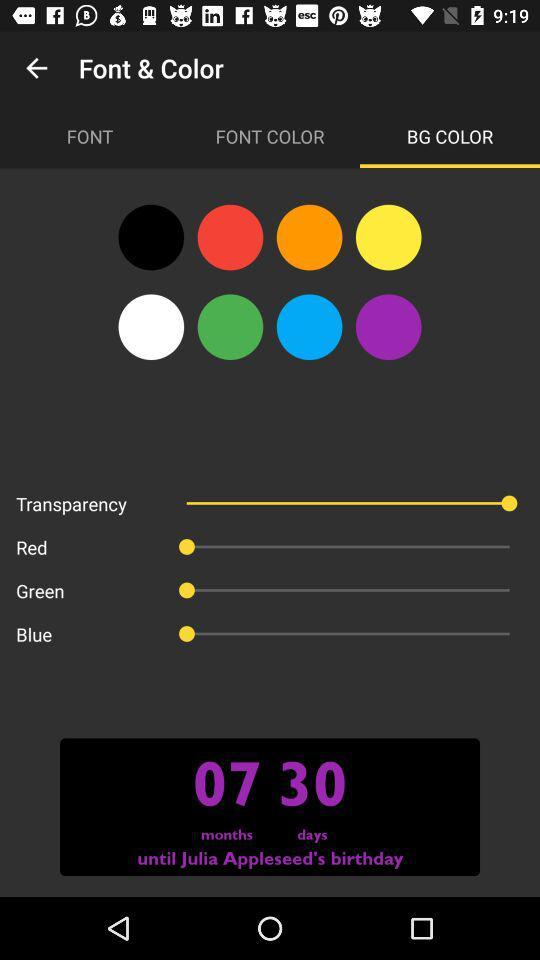  Describe the element at coordinates (36, 68) in the screenshot. I see `app to the left of font & color icon` at that location.